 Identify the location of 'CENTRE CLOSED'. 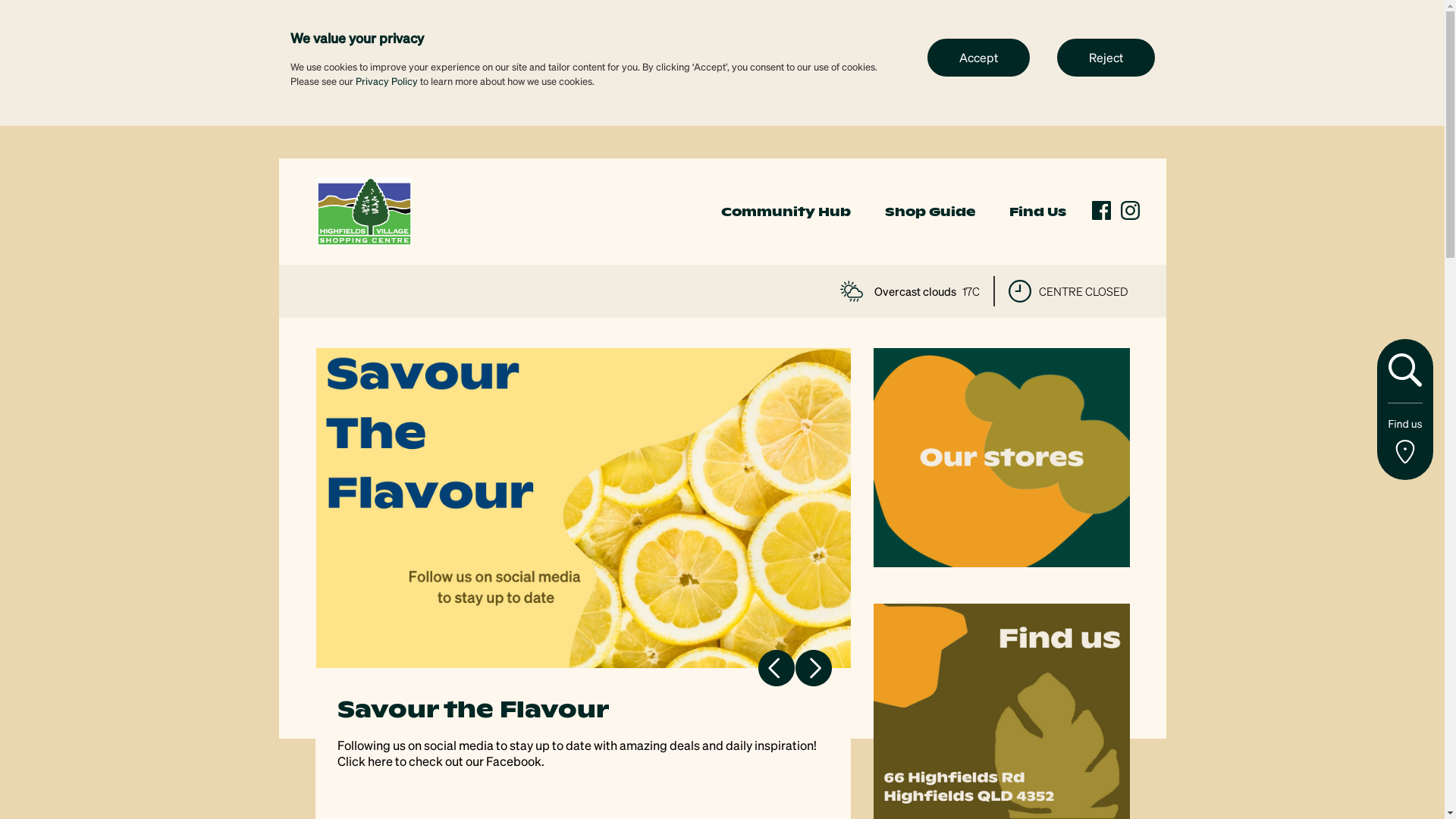
(1068, 291).